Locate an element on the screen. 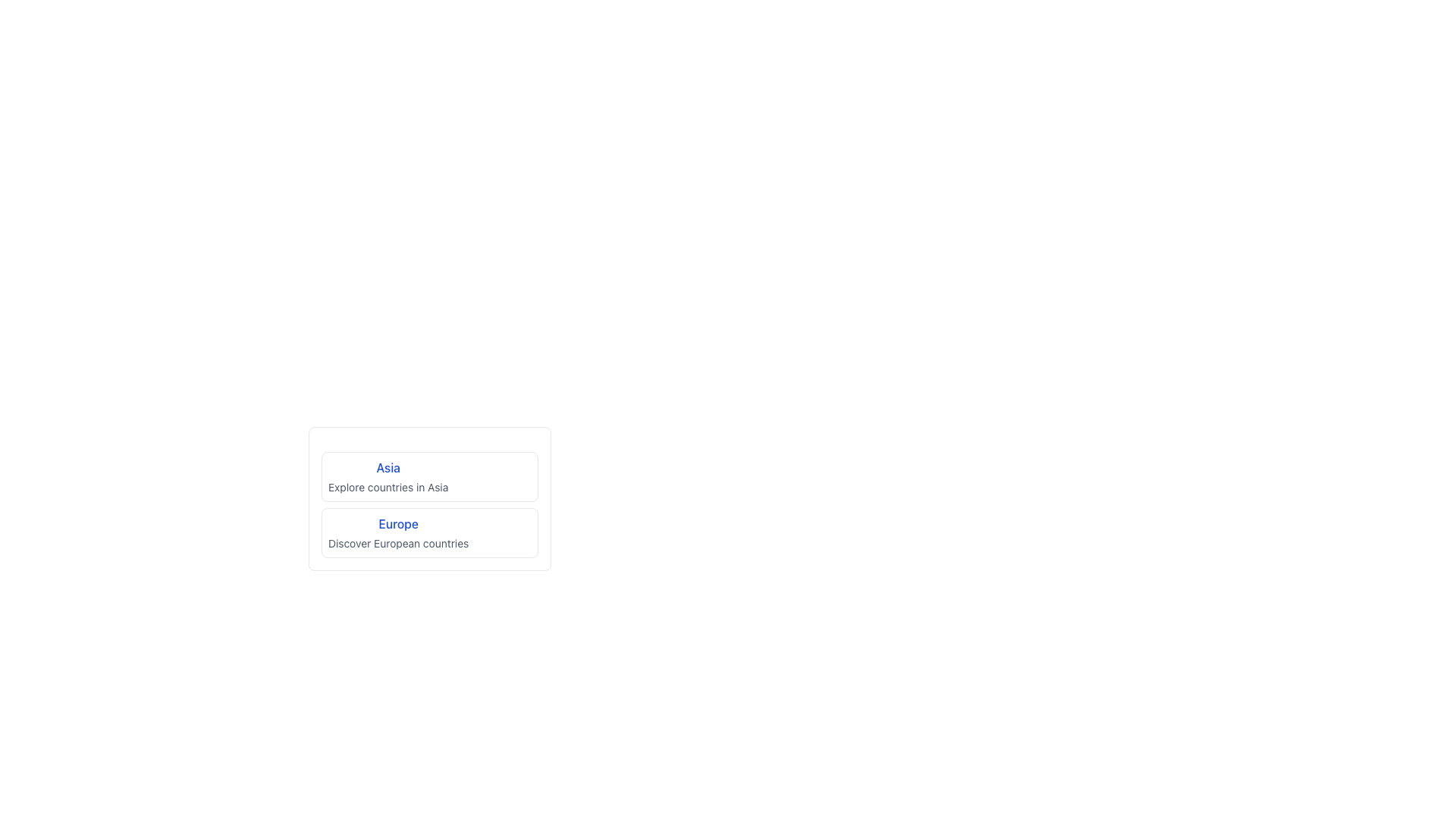 Image resolution: width=1456 pixels, height=819 pixels. the text label displaying 'Asia' in blue font is located at coordinates (388, 475).